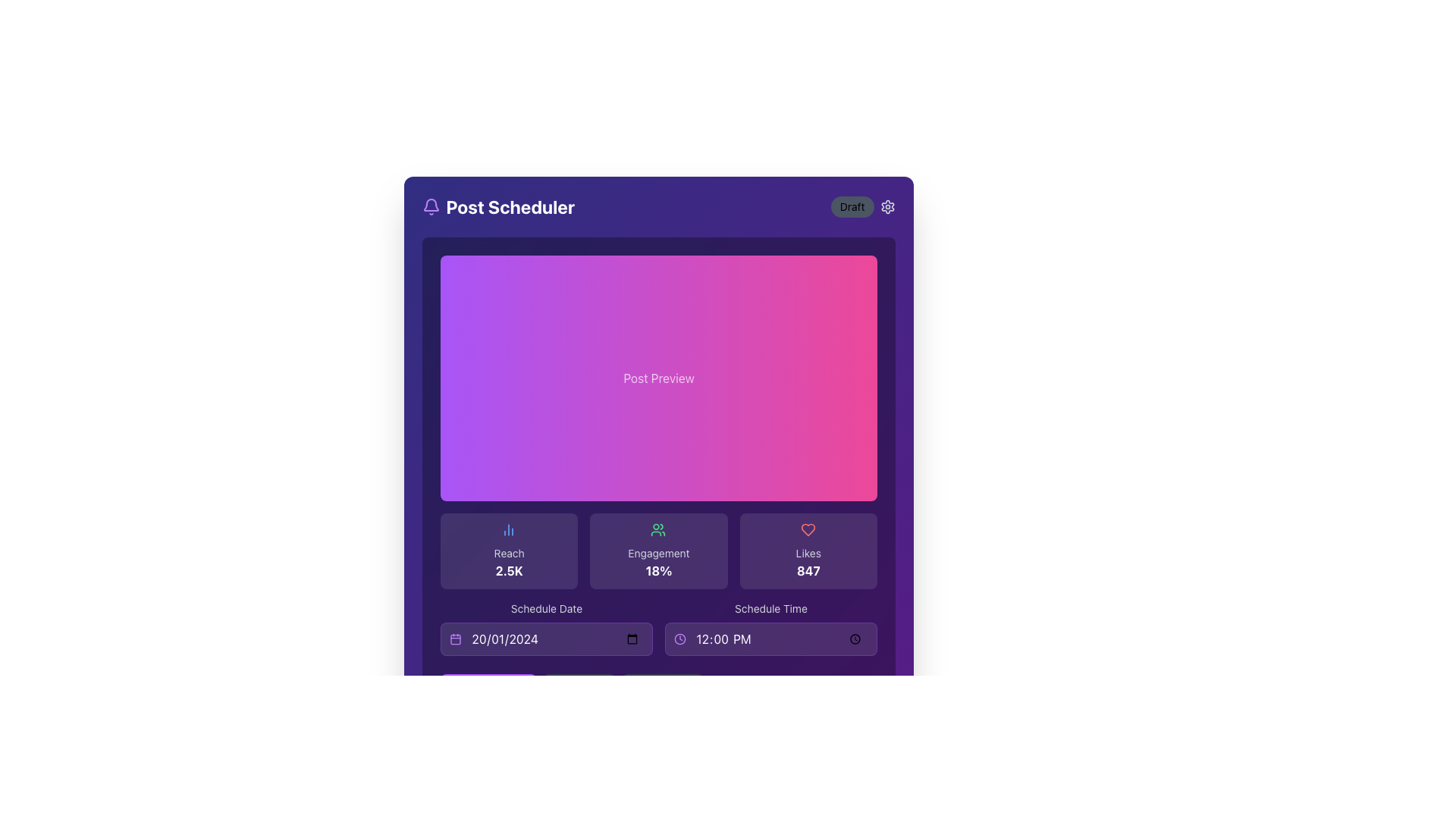 This screenshot has height=819, width=1456. What do you see at coordinates (807, 529) in the screenshot?
I see `the heart icon that indicates the 'Likes' metric, which is located directly above the text elements 'Likes' and '847'` at bounding box center [807, 529].